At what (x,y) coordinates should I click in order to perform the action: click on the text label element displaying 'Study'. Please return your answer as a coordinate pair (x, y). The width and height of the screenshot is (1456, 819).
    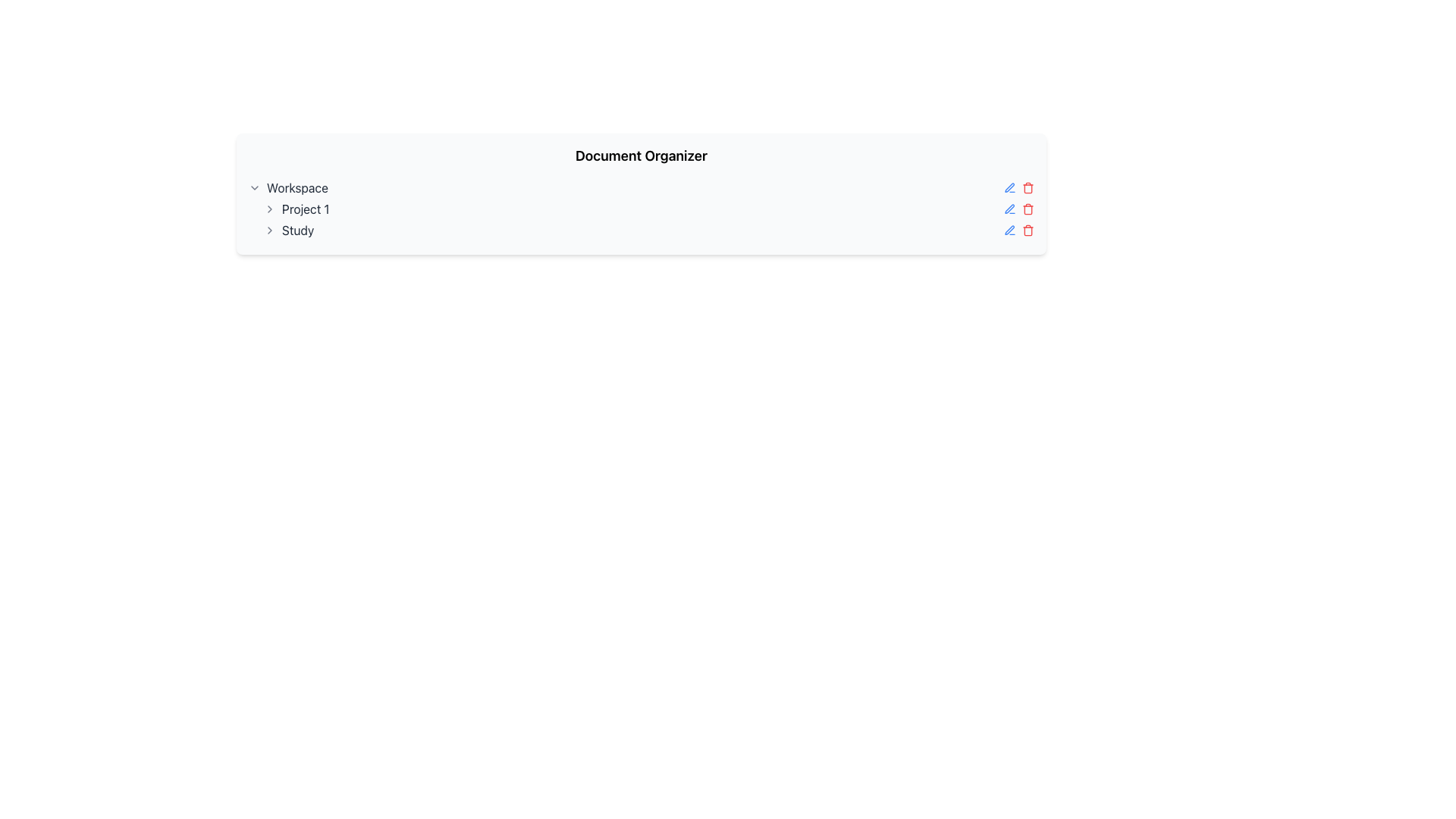
    Looking at the image, I should click on (298, 231).